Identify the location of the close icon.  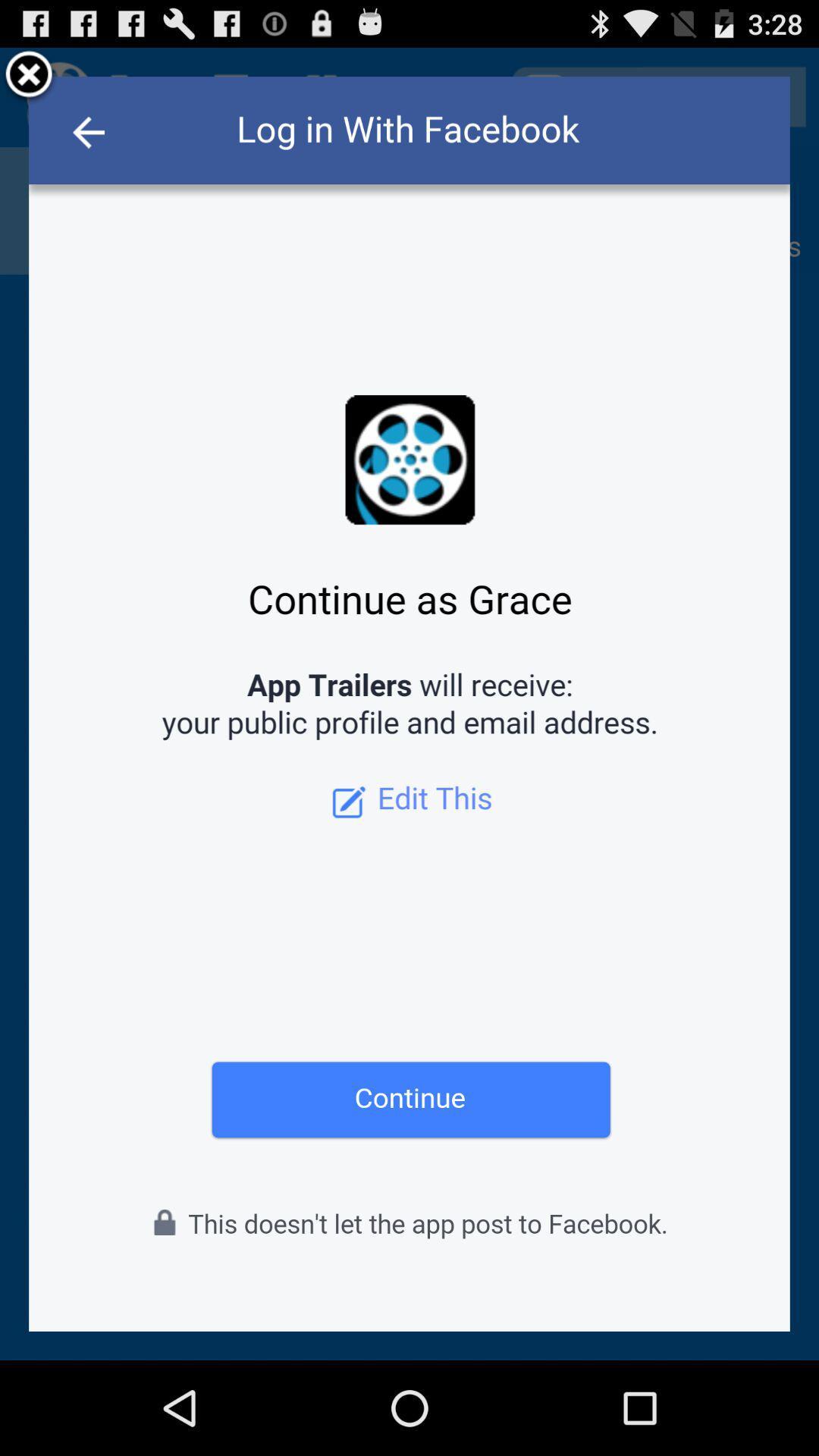
(29, 81).